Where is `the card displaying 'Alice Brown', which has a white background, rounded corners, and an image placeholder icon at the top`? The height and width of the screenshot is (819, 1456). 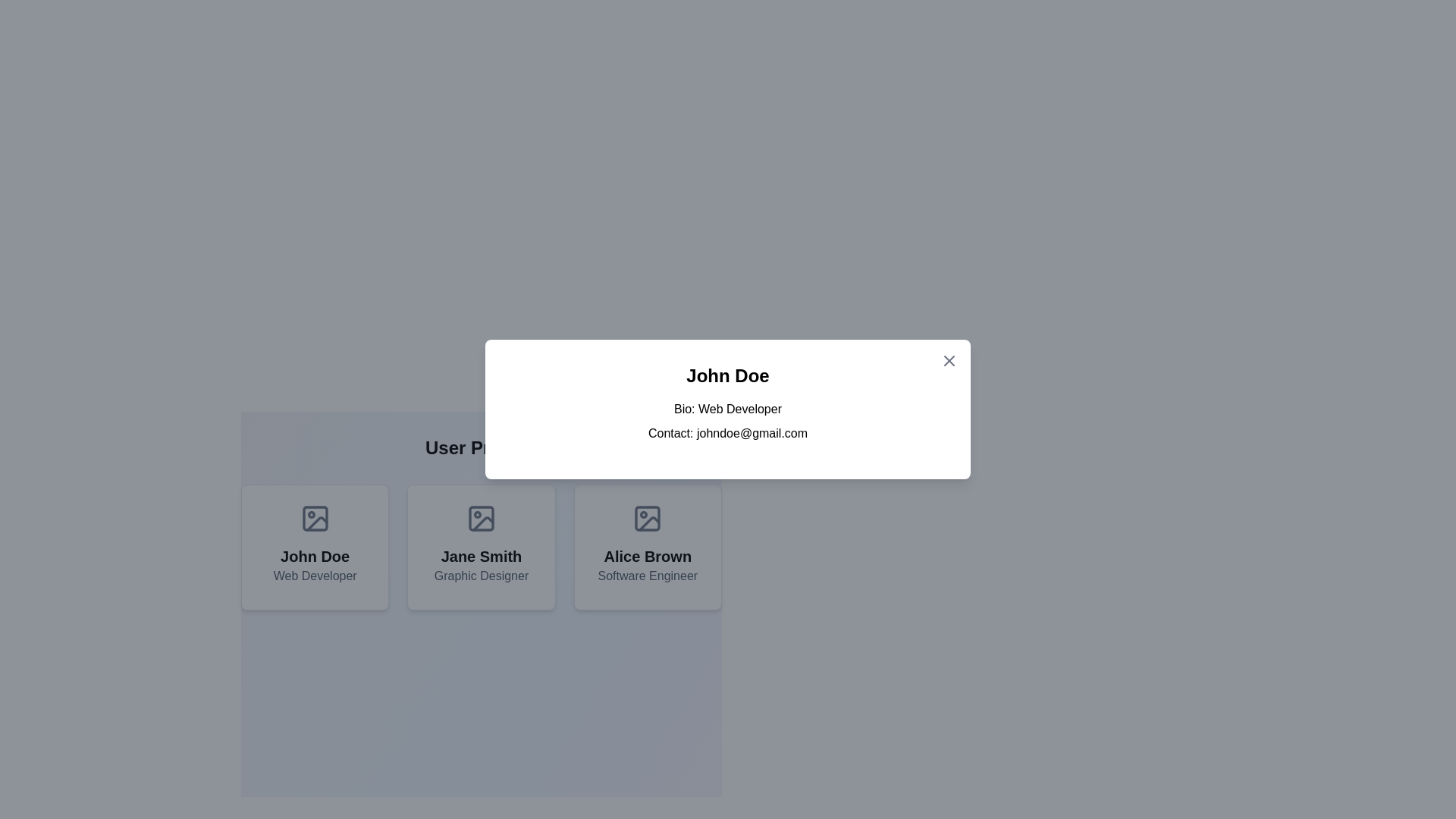
the card displaying 'Alice Brown', which has a white background, rounded corners, and an image placeholder icon at the top is located at coordinates (648, 547).